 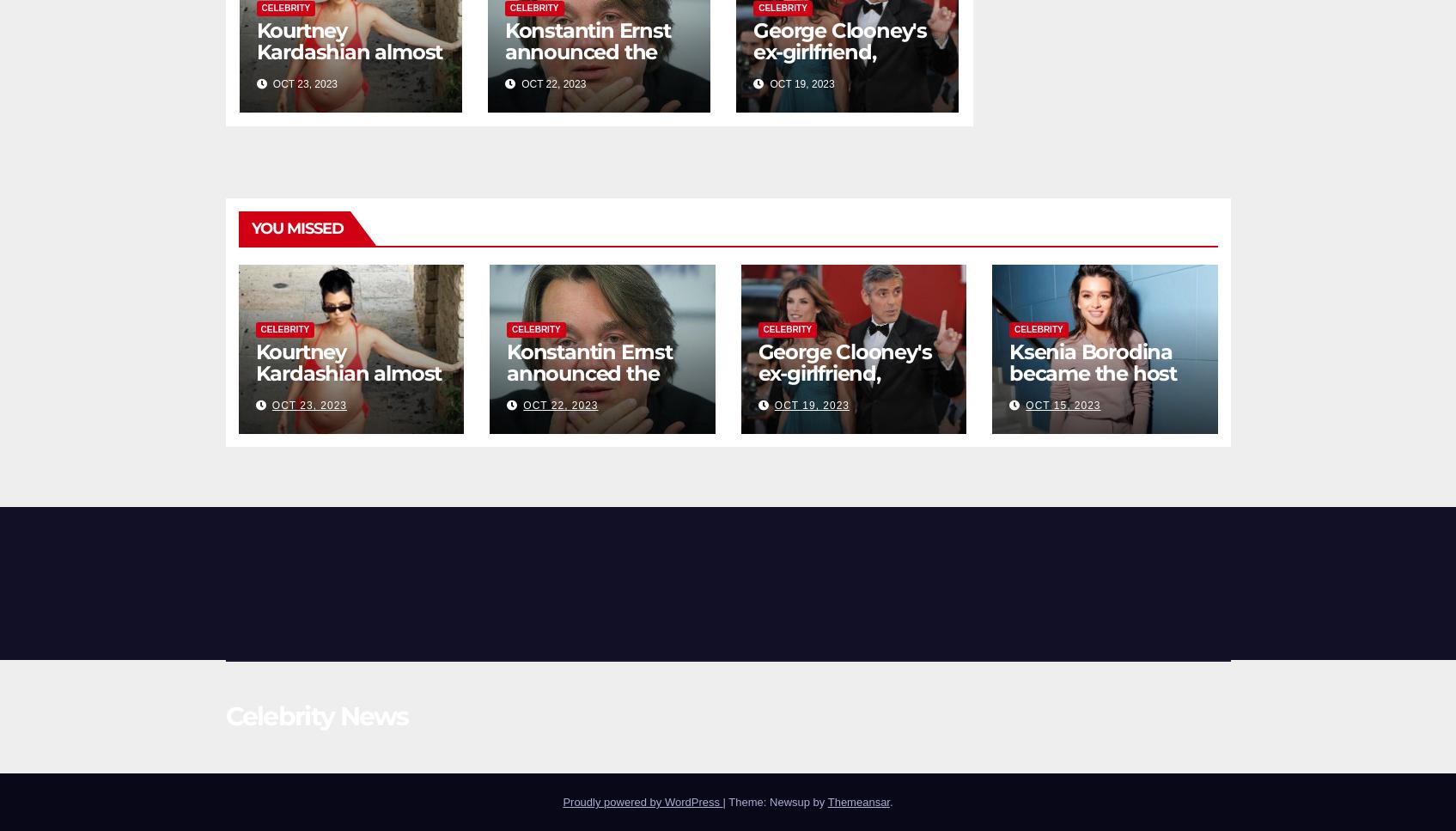 What do you see at coordinates (725, 801) in the screenshot?
I see `'|'` at bounding box center [725, 801].